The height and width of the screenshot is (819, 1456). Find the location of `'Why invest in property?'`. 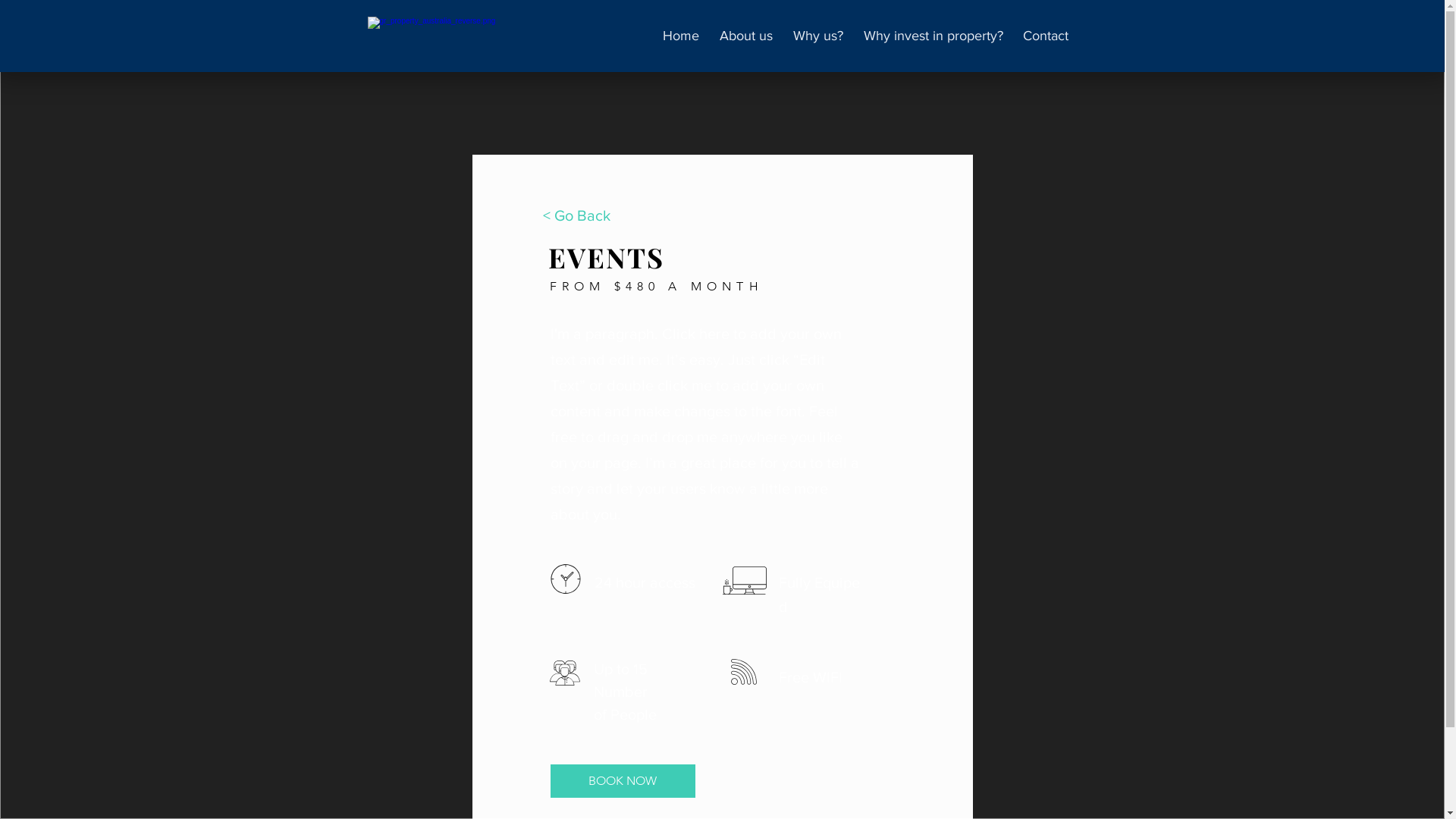

'Why invest in property?' is located at coordinates (930, 35).